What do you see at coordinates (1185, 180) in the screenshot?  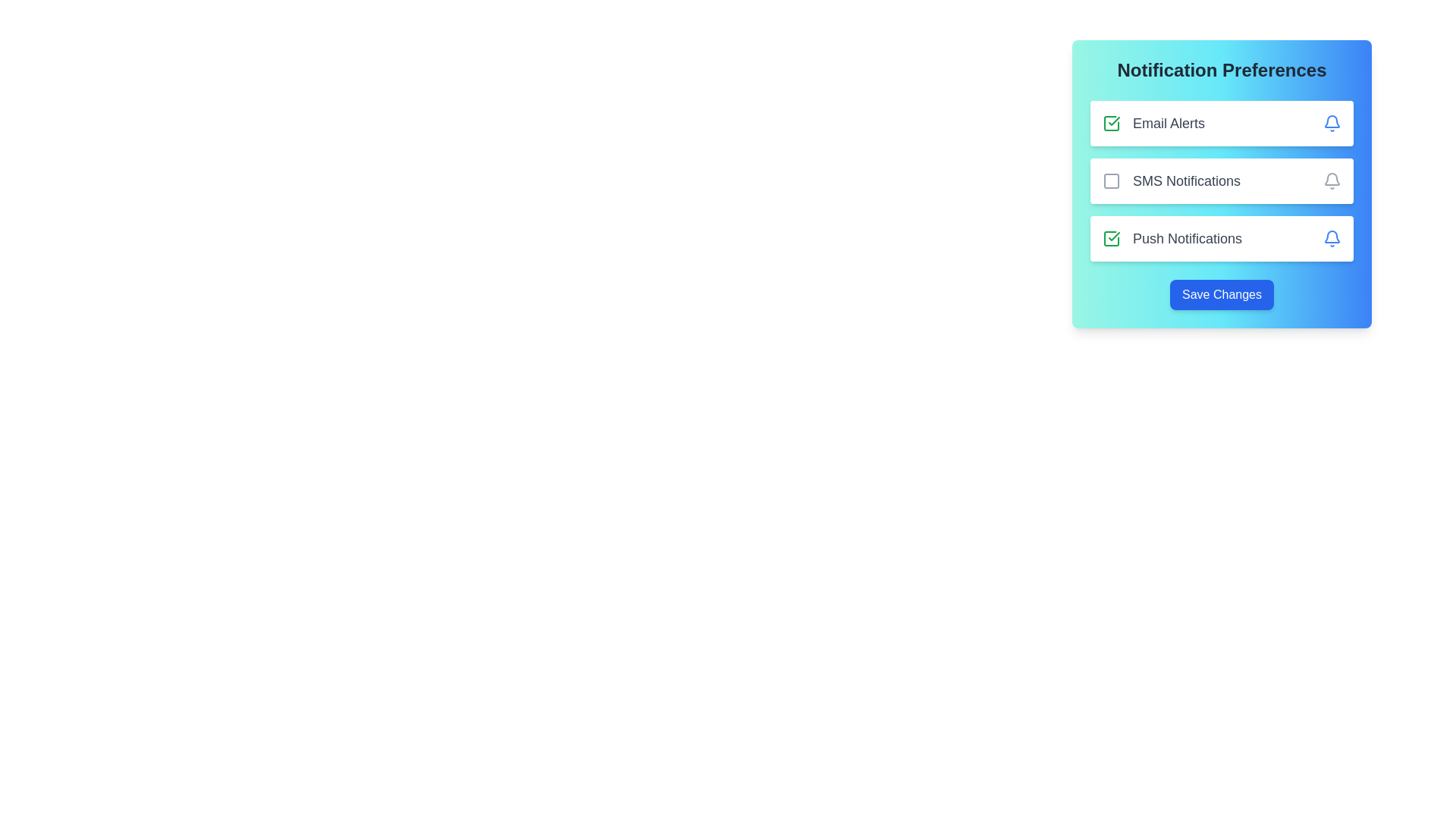 I see `the Text Label that describes SMS notification functionalities, located between a checkbox and a bell icon` at bounding box center [1185, 180].